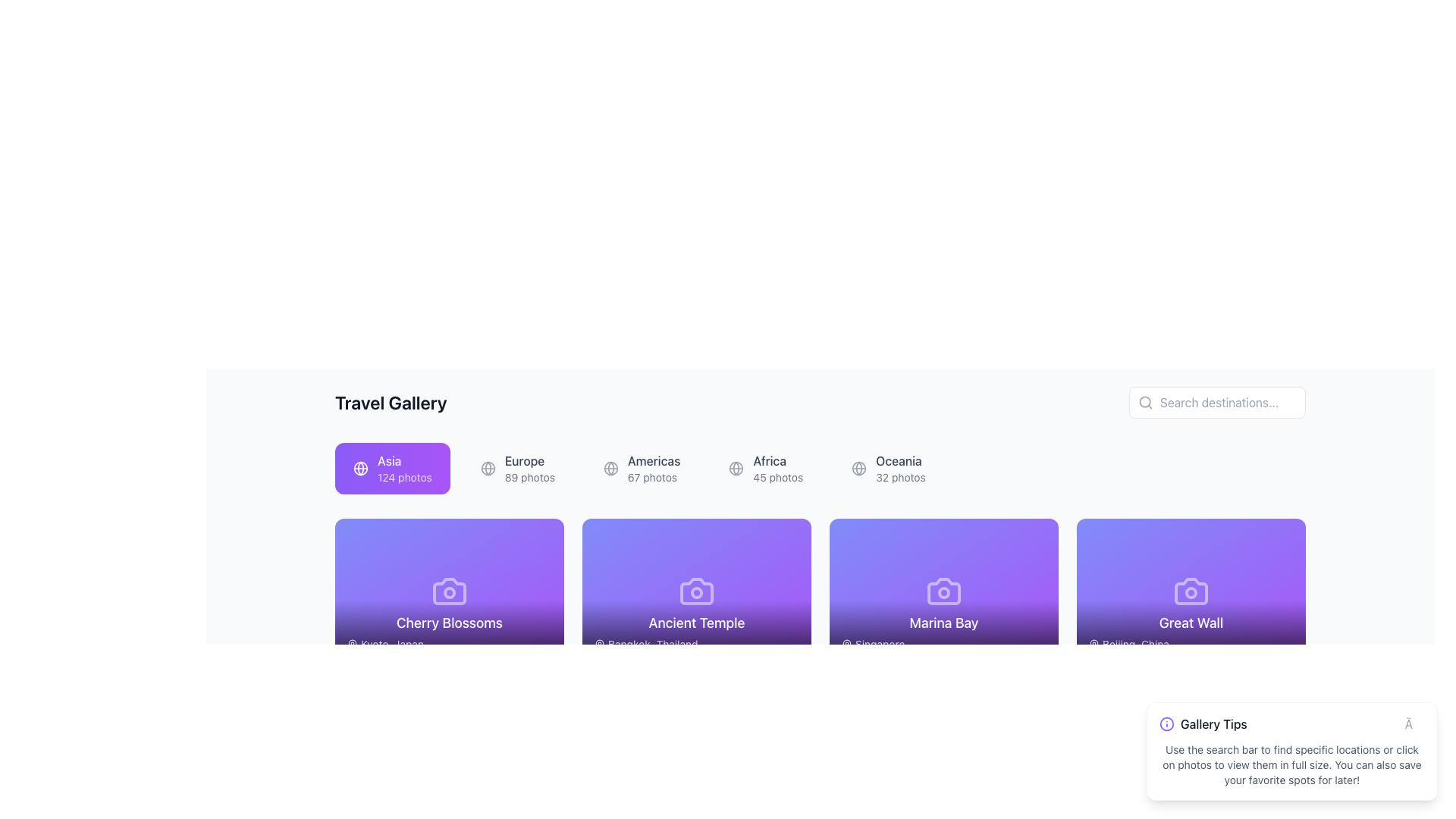  What do you see at coordinates (1190, 644) in the screenshot?
I see `text content of the location description label located under the 'Great Wall' header, which is the second line of text content in the card, aligned horizontally close to its center` at bounding box center [1190, 644].